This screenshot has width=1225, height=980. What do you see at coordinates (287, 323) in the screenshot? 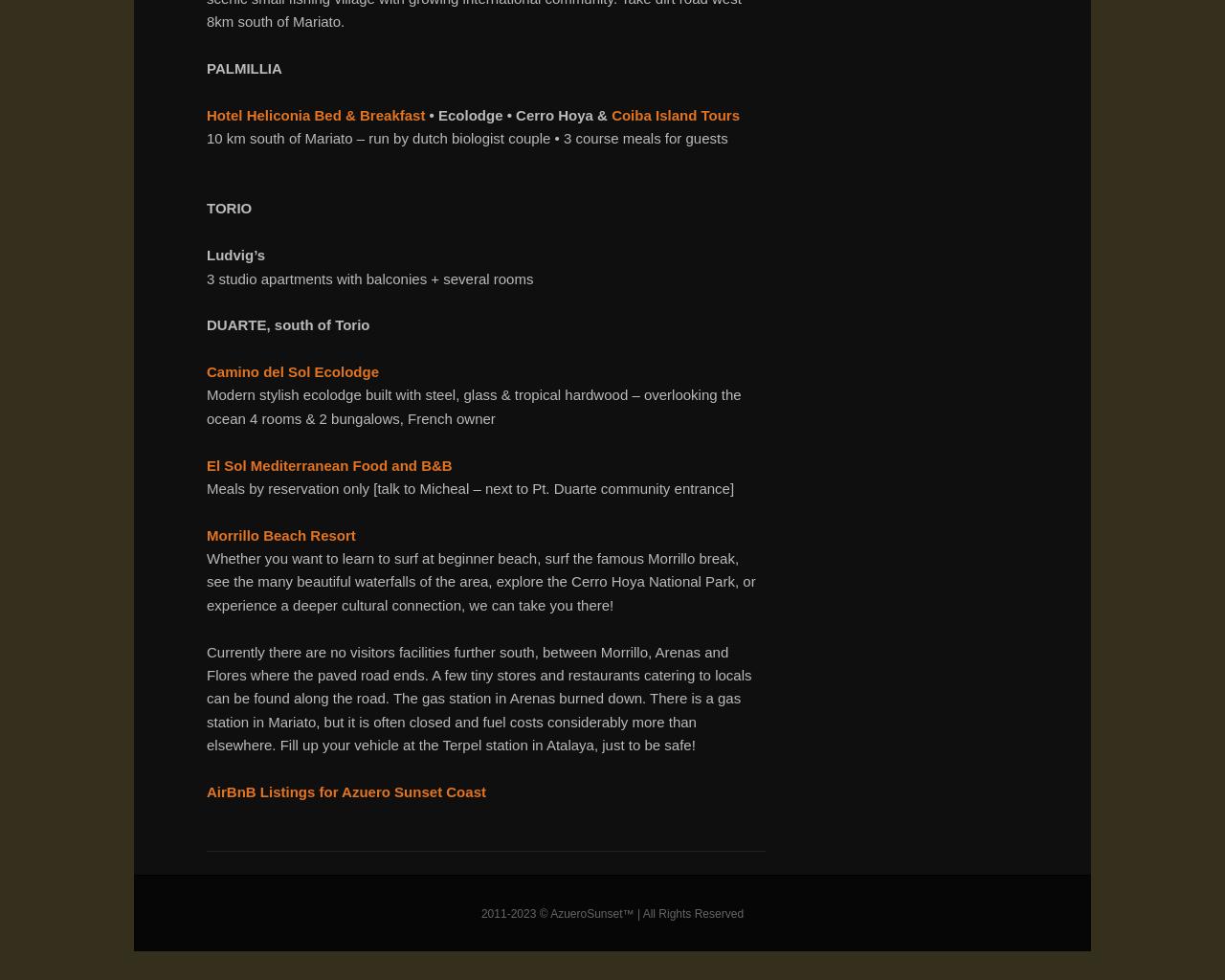
I see `'DUARTE, south of Torio'` at bounding box center [287, 323].